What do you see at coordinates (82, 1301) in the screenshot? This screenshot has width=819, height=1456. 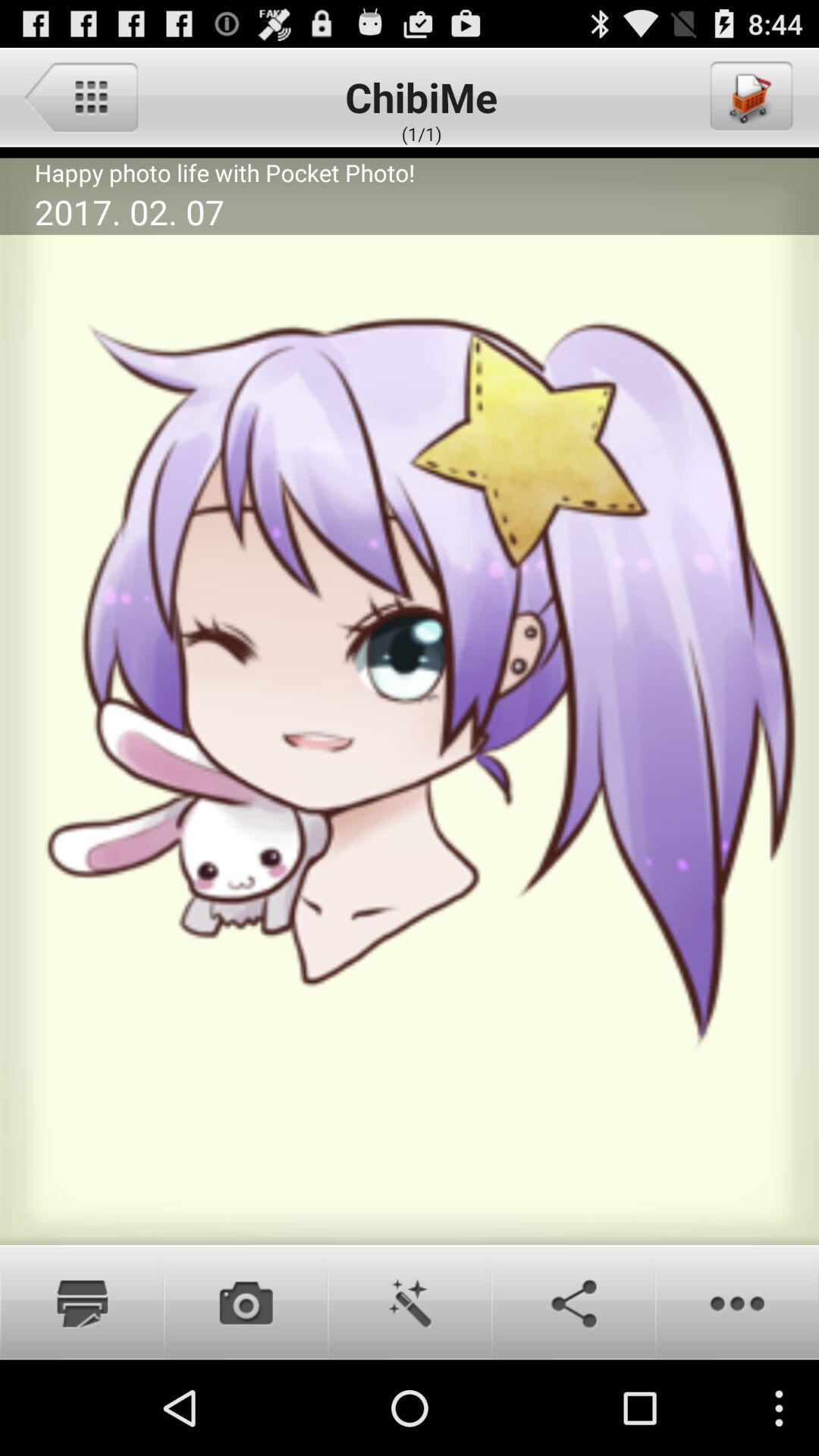 I see `print photo` at bounding box center [82, 1301].